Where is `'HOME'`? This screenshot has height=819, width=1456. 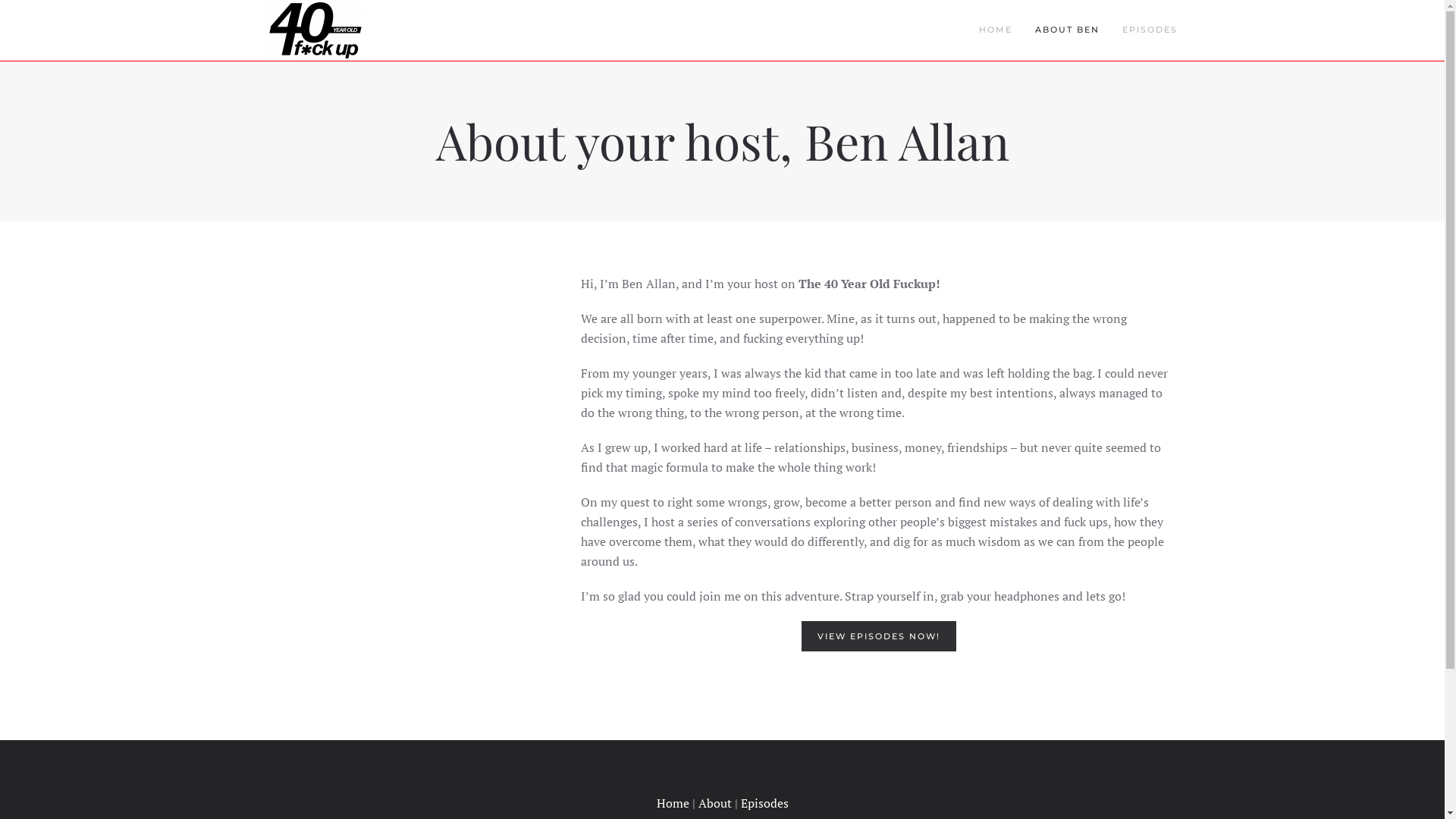
'HOME' is located at coordinates (996, 30).